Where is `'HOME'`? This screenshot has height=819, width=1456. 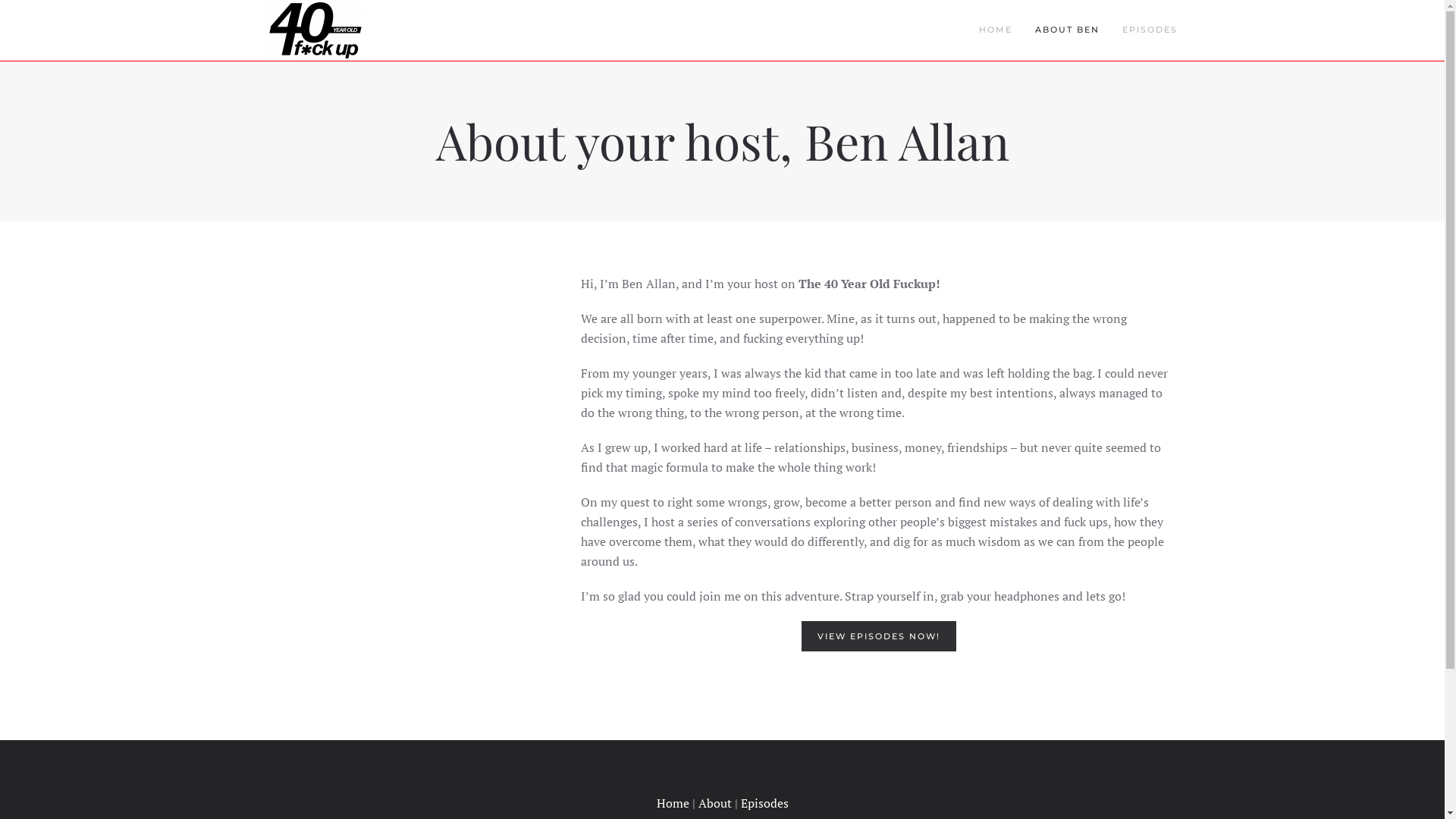
'HOME' is located at coordinates (996, 30).